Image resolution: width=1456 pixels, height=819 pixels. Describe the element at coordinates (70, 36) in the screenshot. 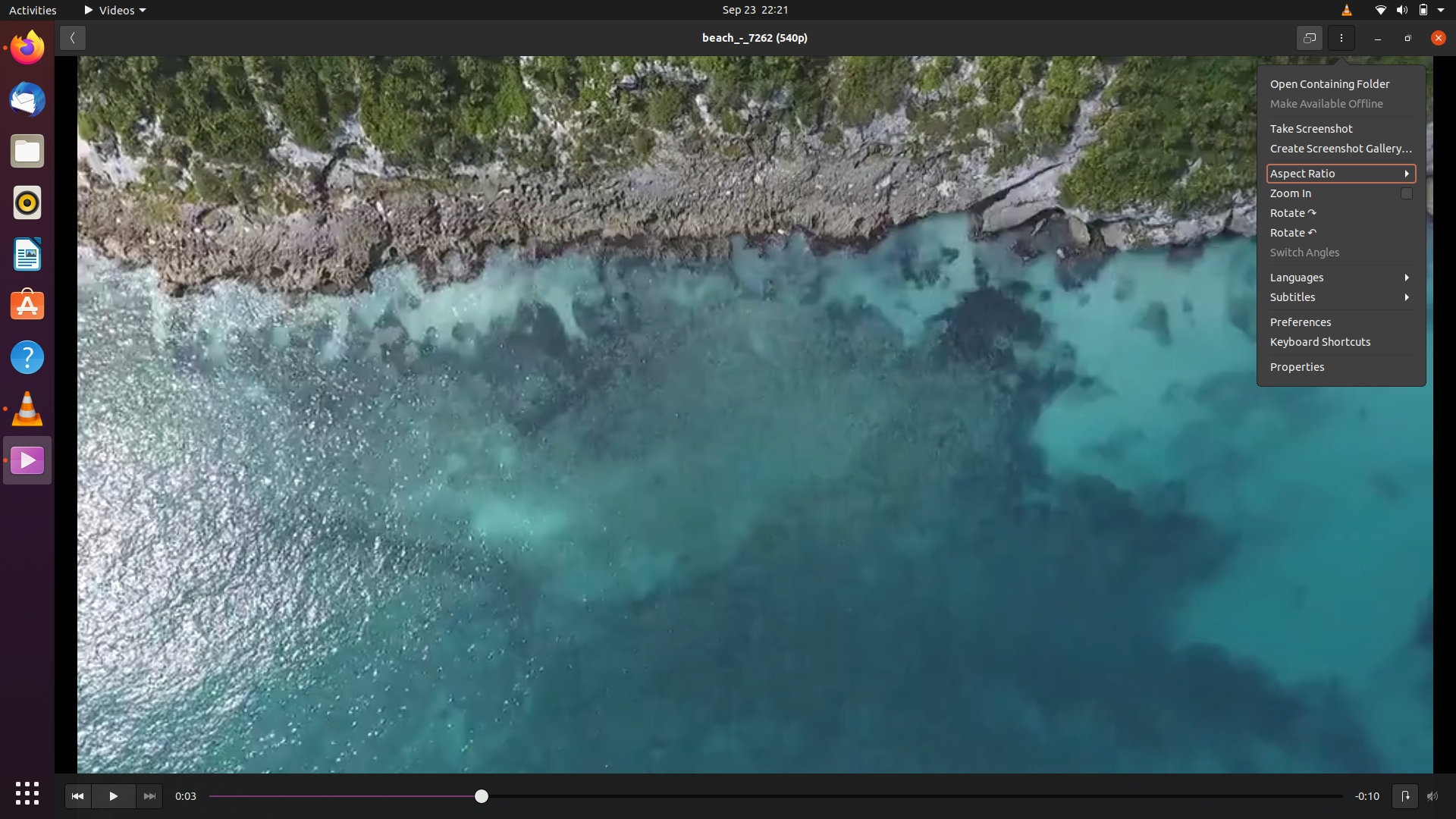

I see `the preceding page in the video settings` at that location.